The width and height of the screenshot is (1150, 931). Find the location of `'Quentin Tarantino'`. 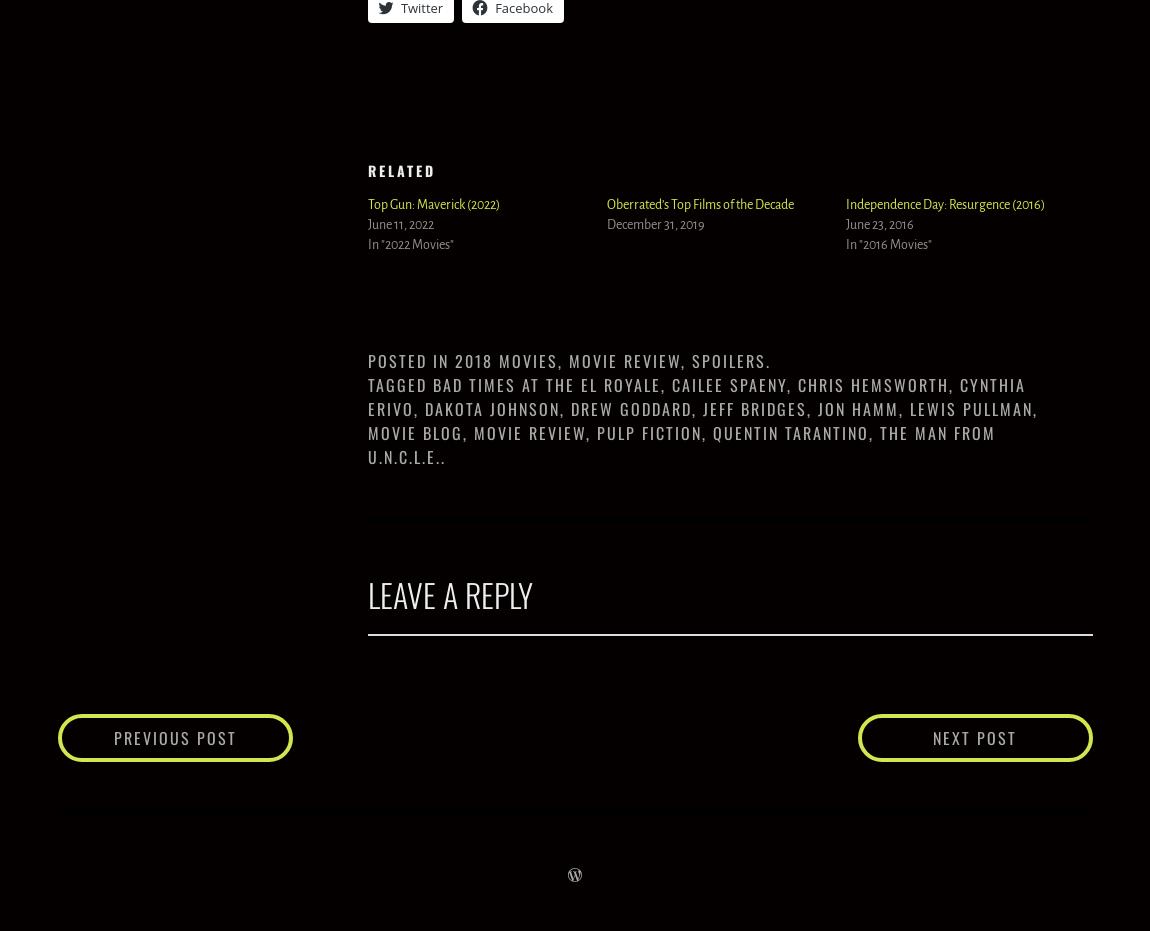

'Quentin Tarantino' is located at coordinates (789, 430).